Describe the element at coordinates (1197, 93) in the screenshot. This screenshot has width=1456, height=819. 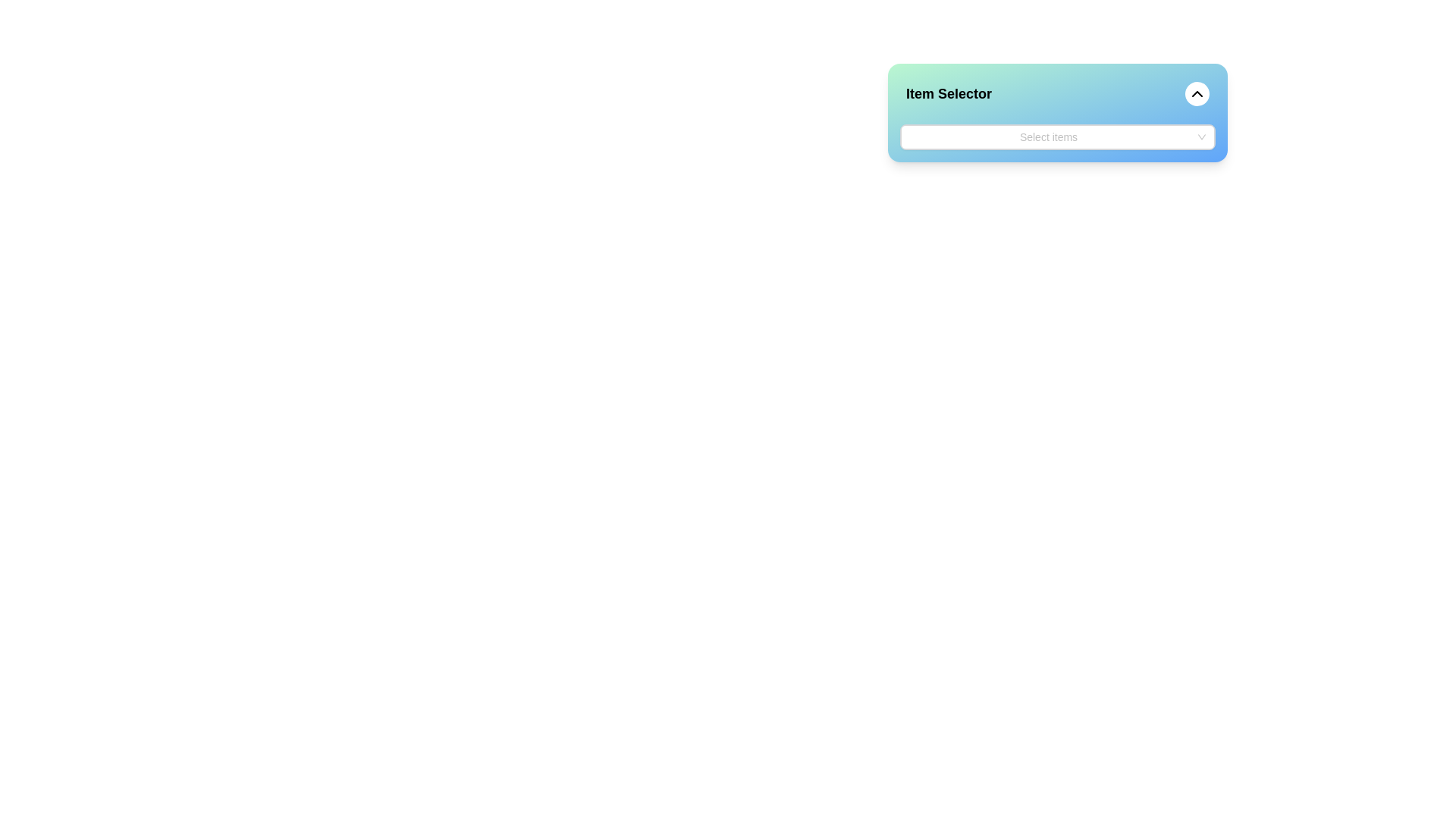
I see `the SVG chevron arrow upward icon located at the top-right corner of the interface, inside a rounded white button` at that location.